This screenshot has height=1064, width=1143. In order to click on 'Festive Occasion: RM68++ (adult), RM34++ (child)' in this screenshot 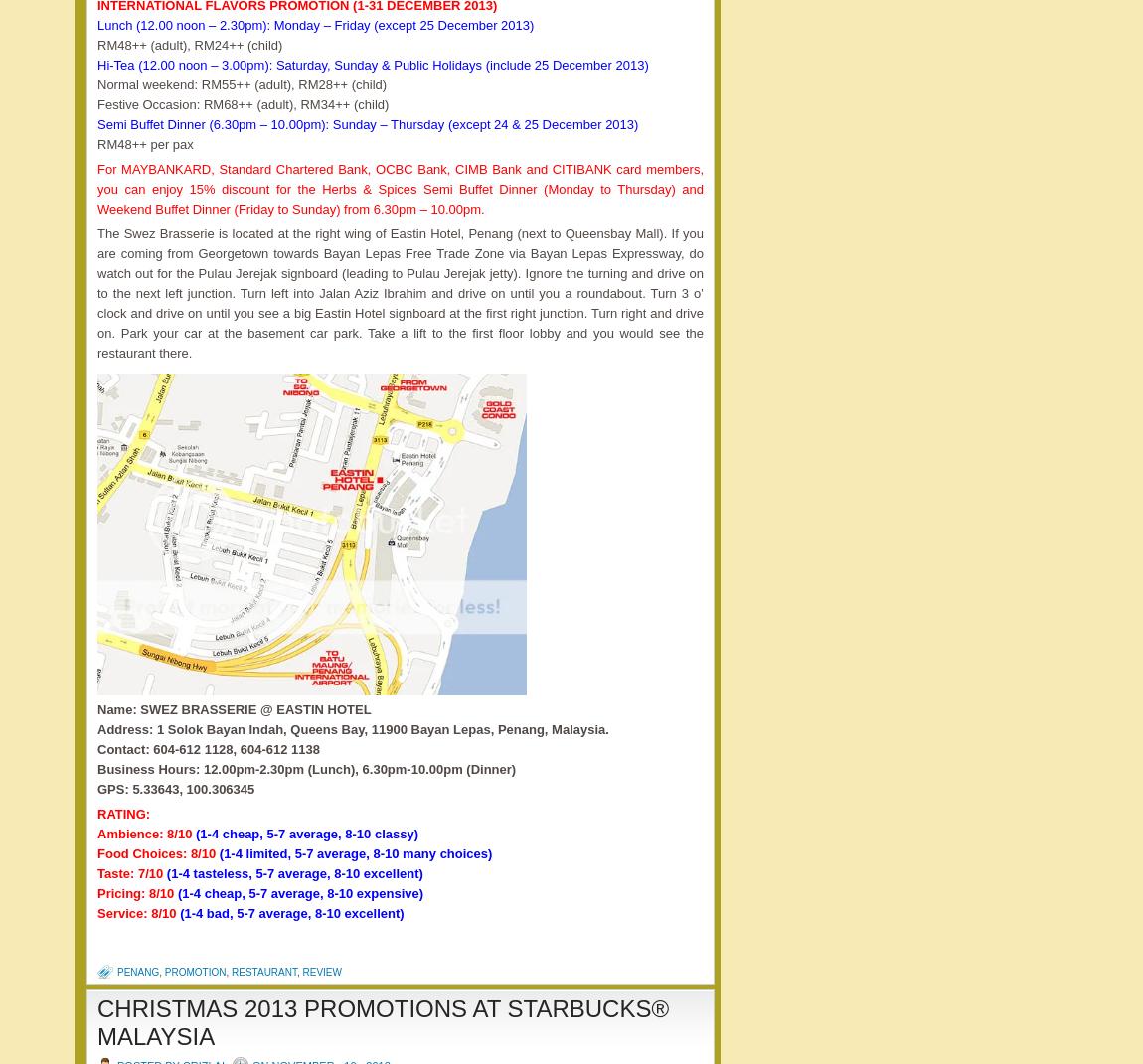, I will do `click(95, 104)`.